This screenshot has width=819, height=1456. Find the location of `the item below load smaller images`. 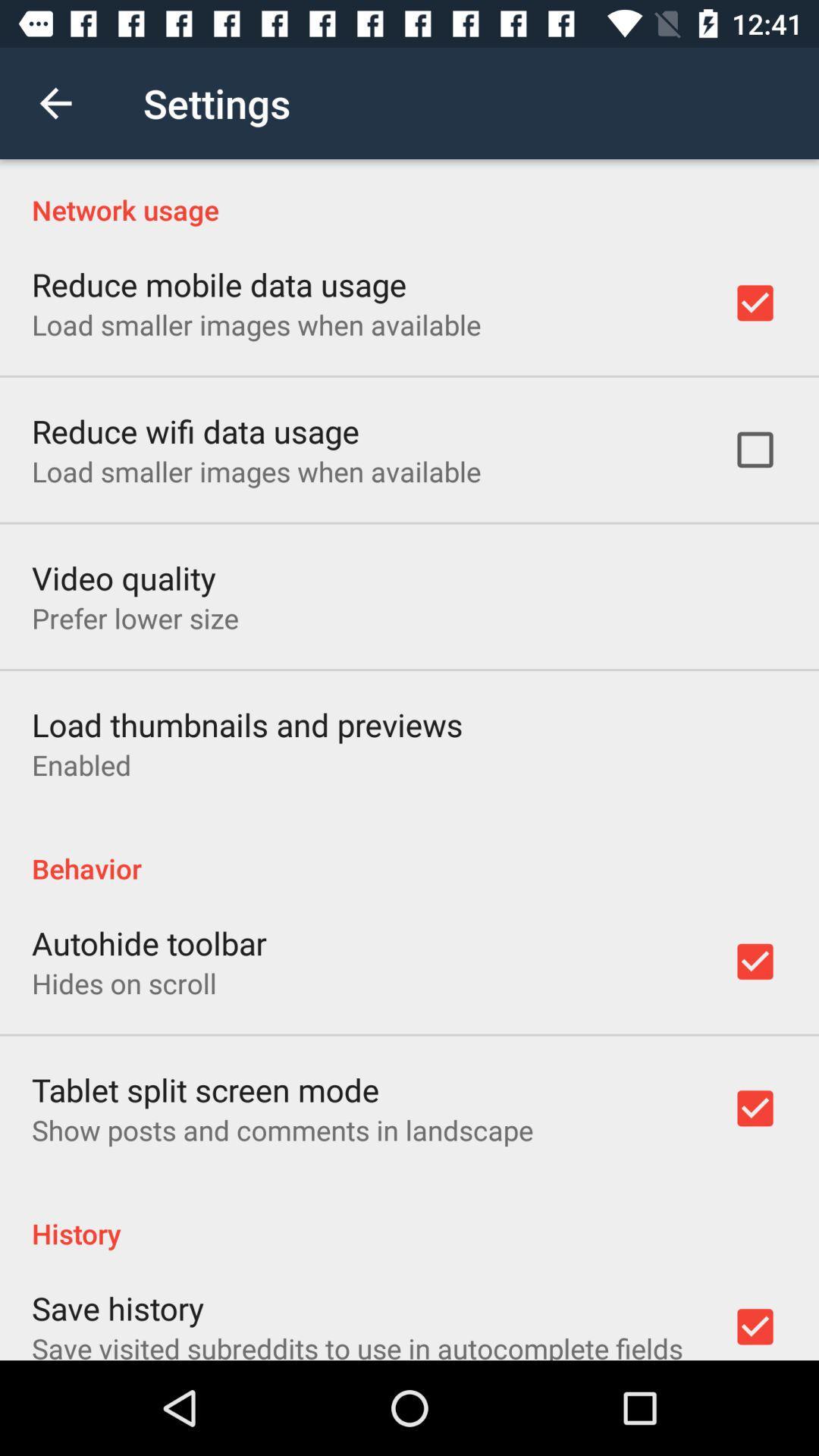

the item below load smaller images is located at coordinates (123, 577).